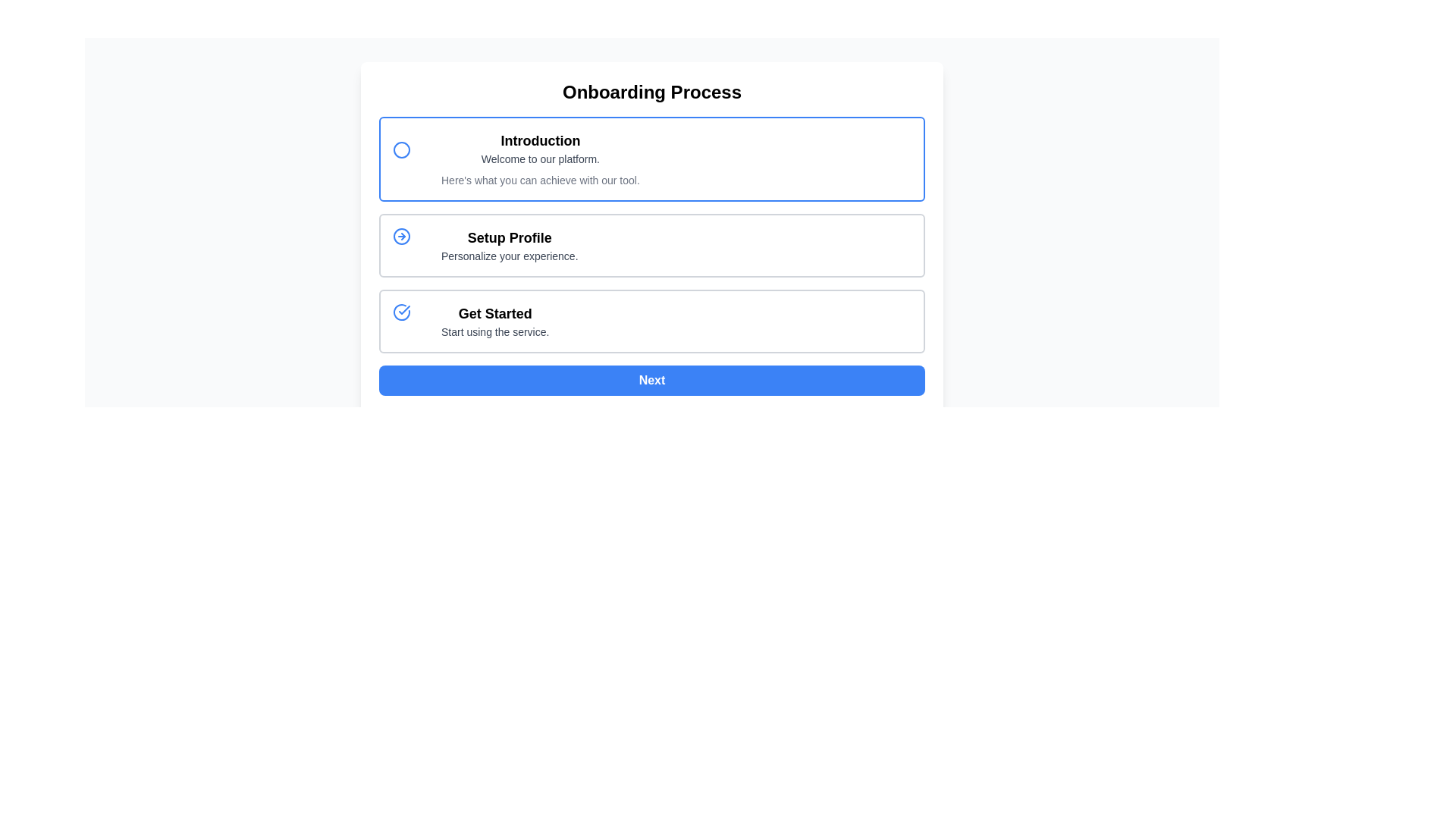 Image resolution: width=1456 pixels, height=819 pixels. What do you see at coordinates (540, 158) in the screenshot?
I see `text information from the Text Block titled 'Introduction', which is the first item in a vertical list layout` at bounding box center [540, 158].